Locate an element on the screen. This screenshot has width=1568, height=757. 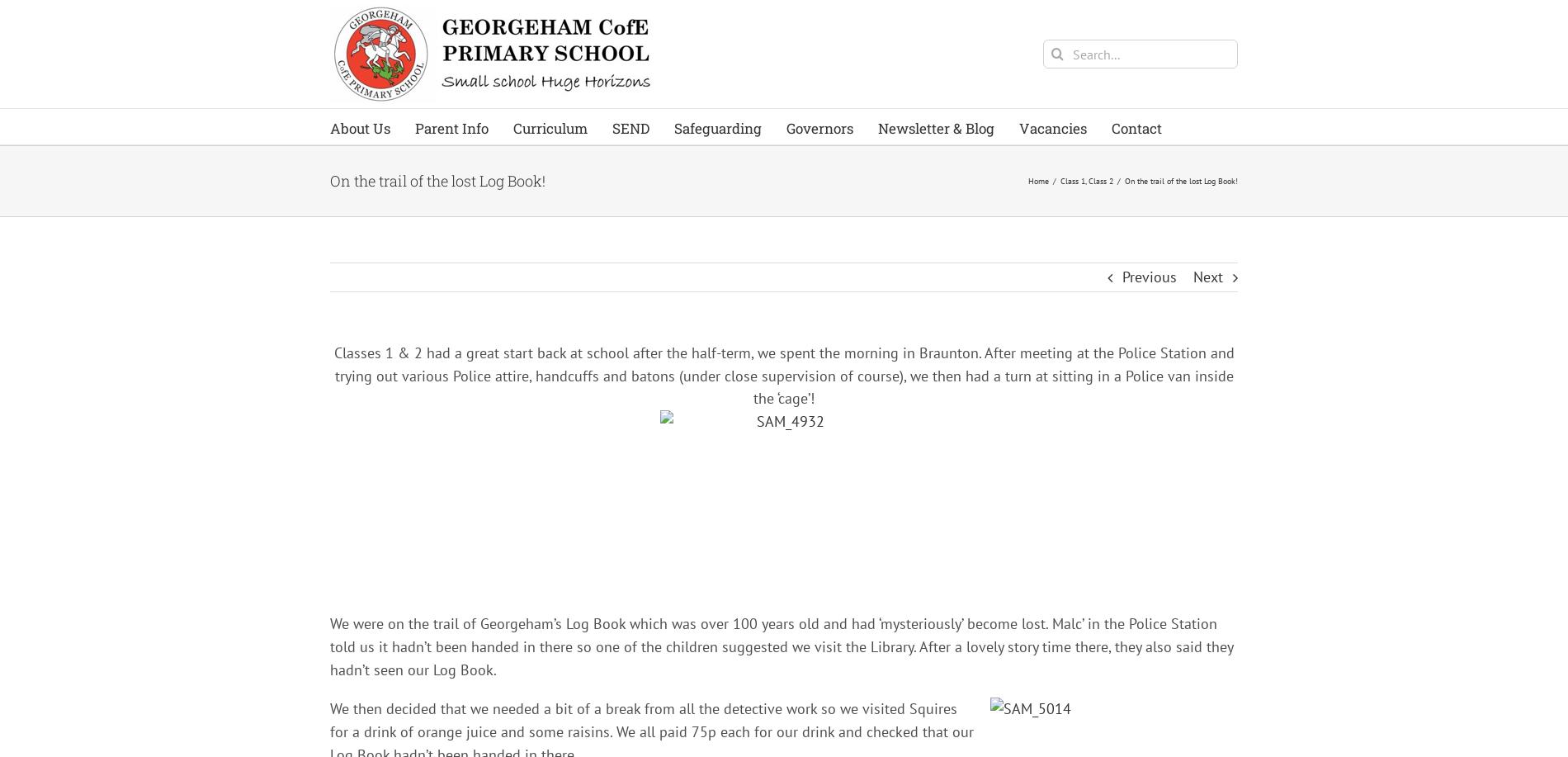
'PTFA FROGS' is located at coordinates (461, 483).